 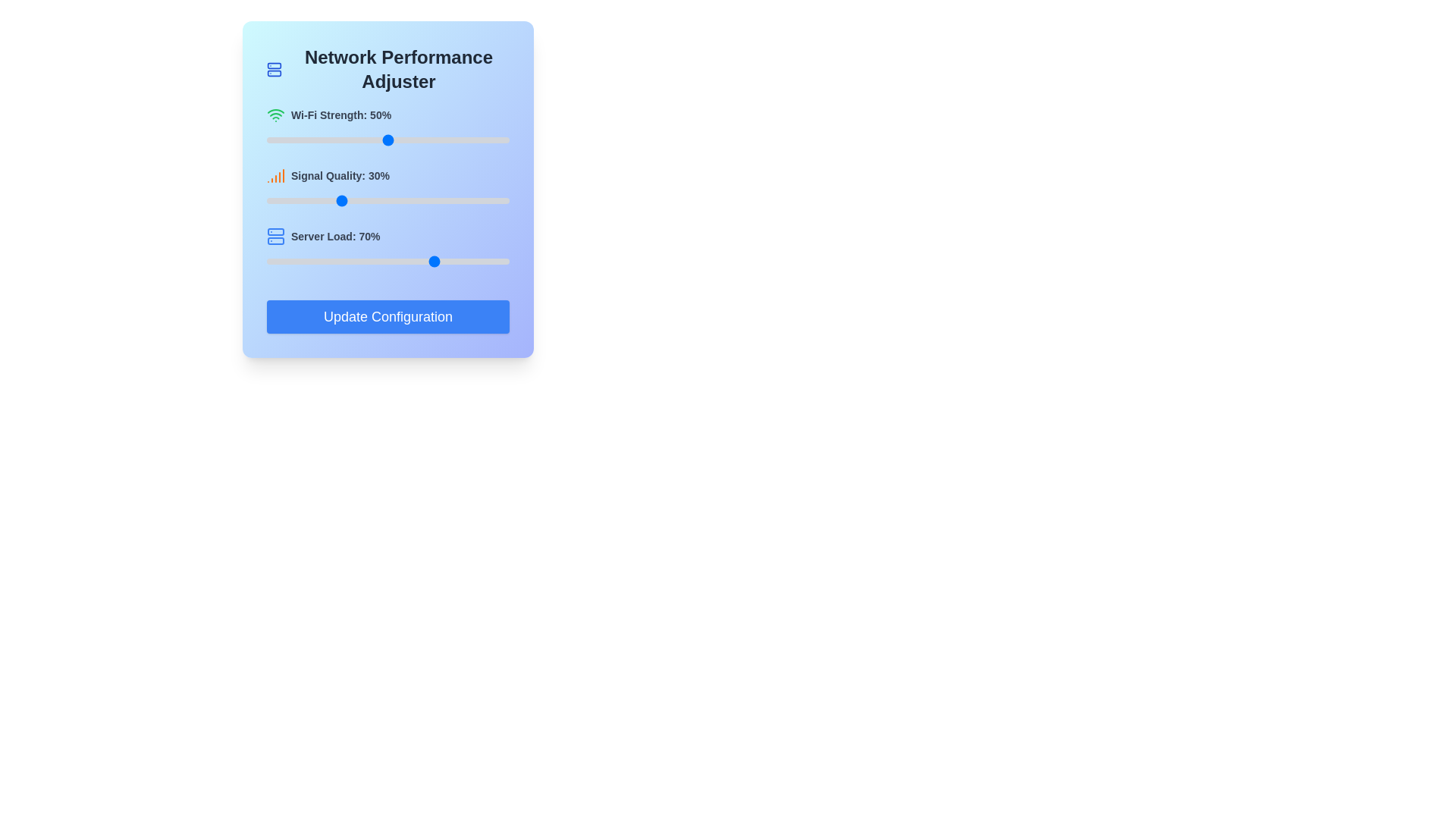 What do you see at coordinates (276, 174) in the screenshot?
I see `the orange vertical signal bar indicator icon which displays ascending bars and is located to the left of the 'Signal Quality: 30%' label` at bounding box center [276, 174].